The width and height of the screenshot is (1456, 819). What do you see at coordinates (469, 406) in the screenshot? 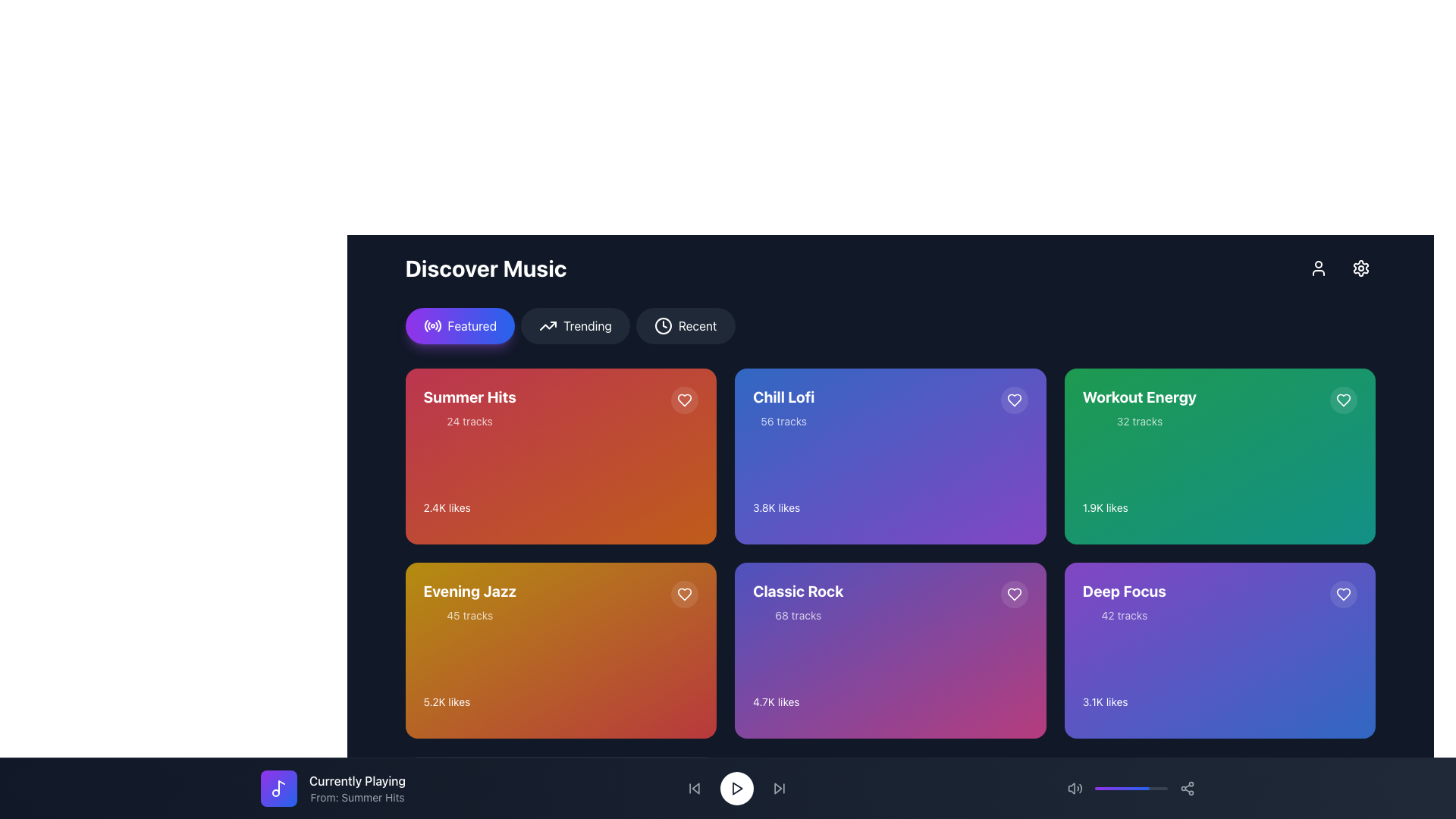
I see `title 'Summer Hits' and the subtitle '24 tracks' from the textual label located in the top-left corner of the Discover Music section, inside the first card of the music options grid` at bounding box center [469, 406].